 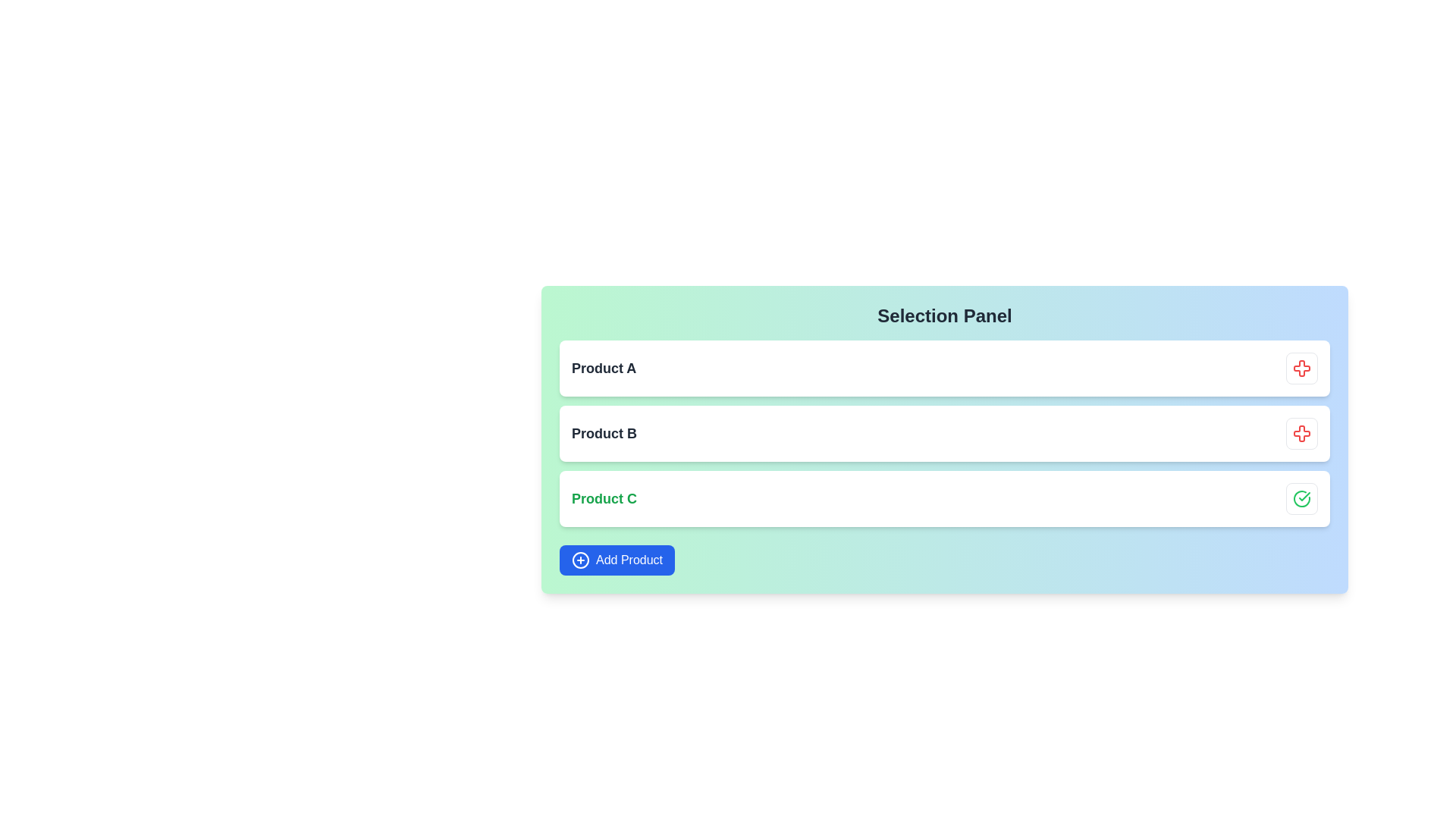 I want to click on the confirm button for 'Product C', so click(x=1301, y=499).